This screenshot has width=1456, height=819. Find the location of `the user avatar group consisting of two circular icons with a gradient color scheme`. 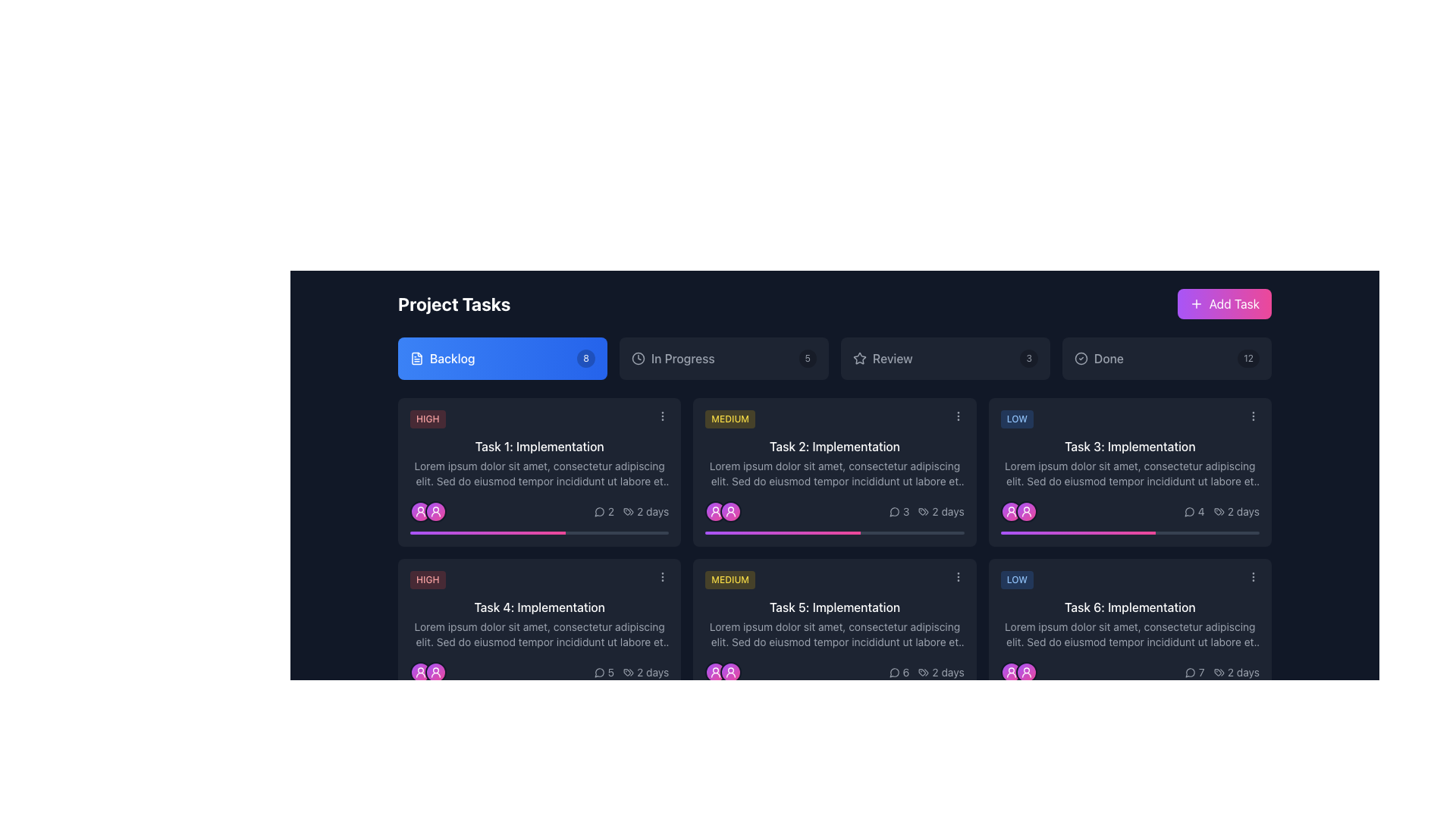

the user avatar group consisting of two circular icons with a gradient color scheme is located at coordinates (1018, 512).